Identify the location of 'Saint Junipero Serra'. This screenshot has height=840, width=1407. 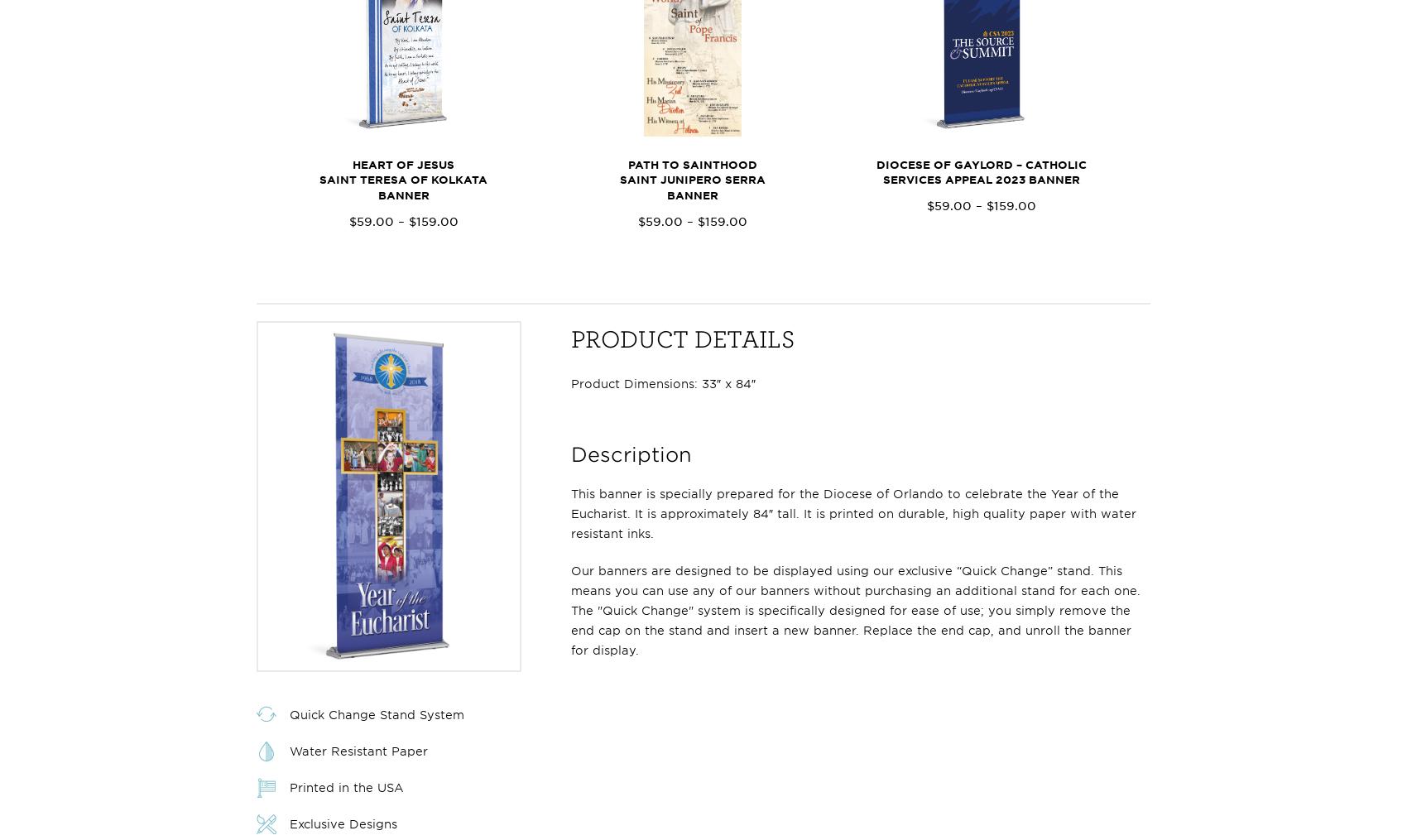
(618, 179).